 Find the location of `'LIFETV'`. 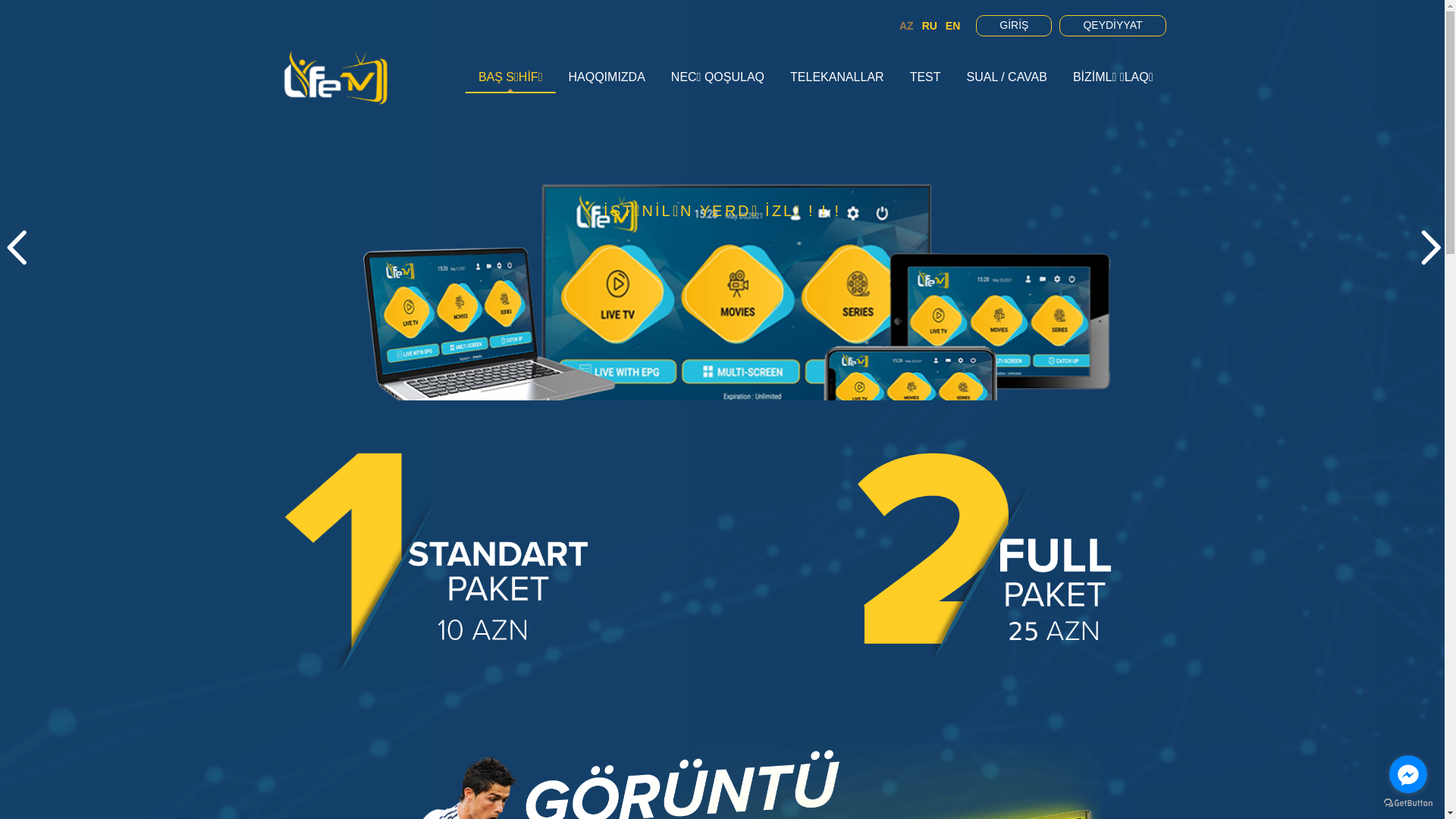

'LIFETV' is located at coordinates (334, 77).